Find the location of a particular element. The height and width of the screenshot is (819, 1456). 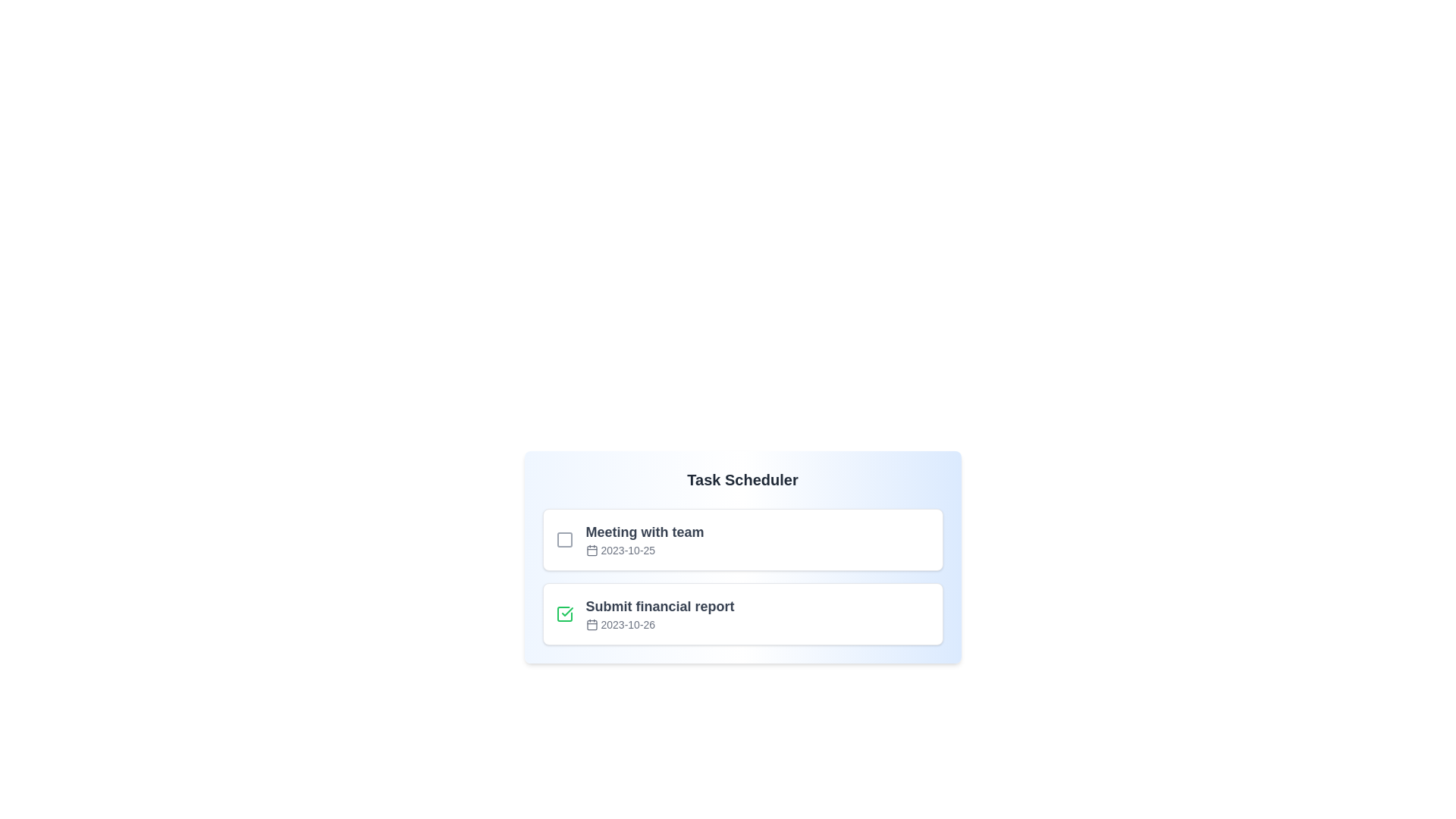

the 'Meeting with team' task information block is located at coordinates (645, 539).